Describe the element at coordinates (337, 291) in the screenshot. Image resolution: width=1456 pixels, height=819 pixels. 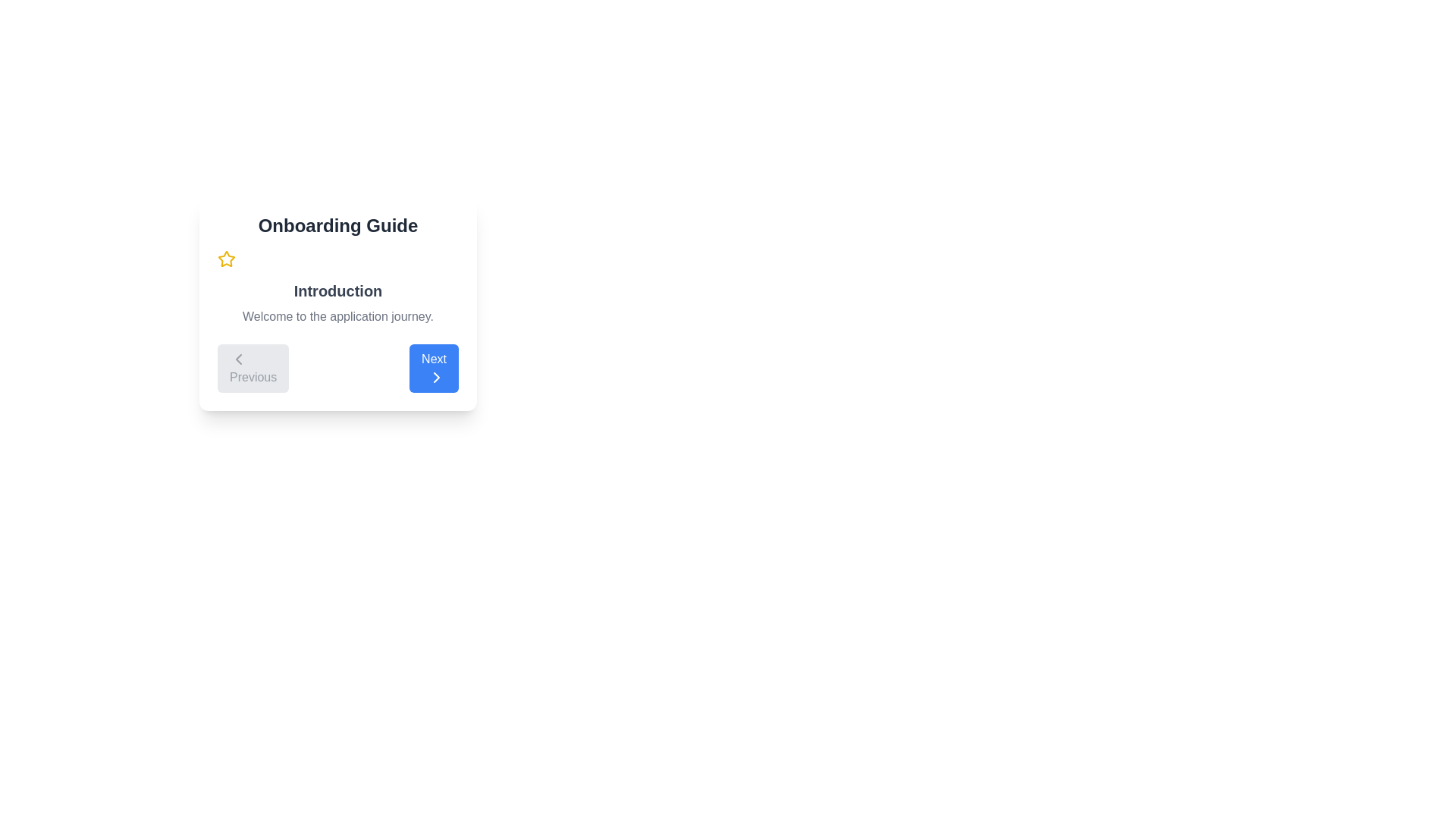
I see `the text label reading 'Introduction', which is styled with a bold font and dark gray color, positioned at the upper section of a card layout` at that location.